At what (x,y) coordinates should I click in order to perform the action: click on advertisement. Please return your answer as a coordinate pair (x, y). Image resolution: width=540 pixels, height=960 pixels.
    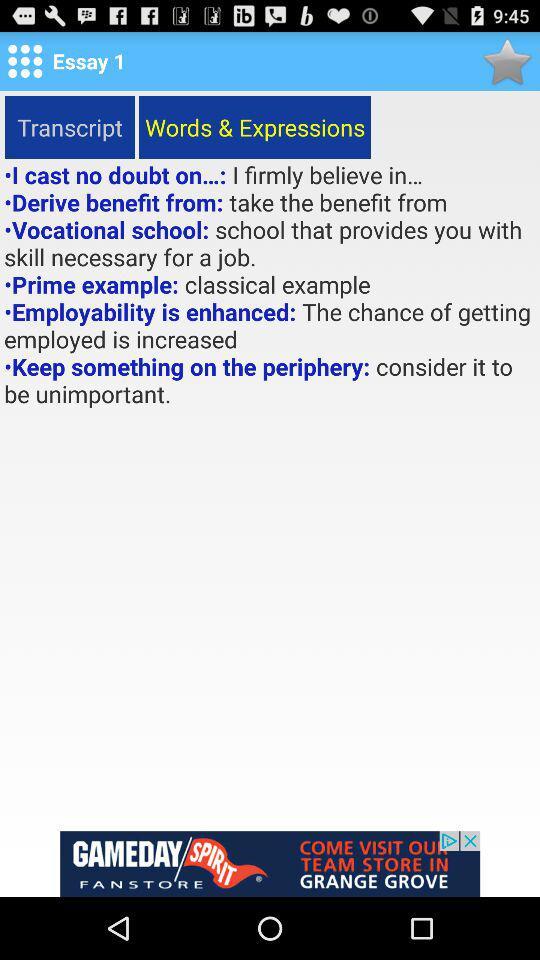
    Looking at the image, I should click on (270, 863).